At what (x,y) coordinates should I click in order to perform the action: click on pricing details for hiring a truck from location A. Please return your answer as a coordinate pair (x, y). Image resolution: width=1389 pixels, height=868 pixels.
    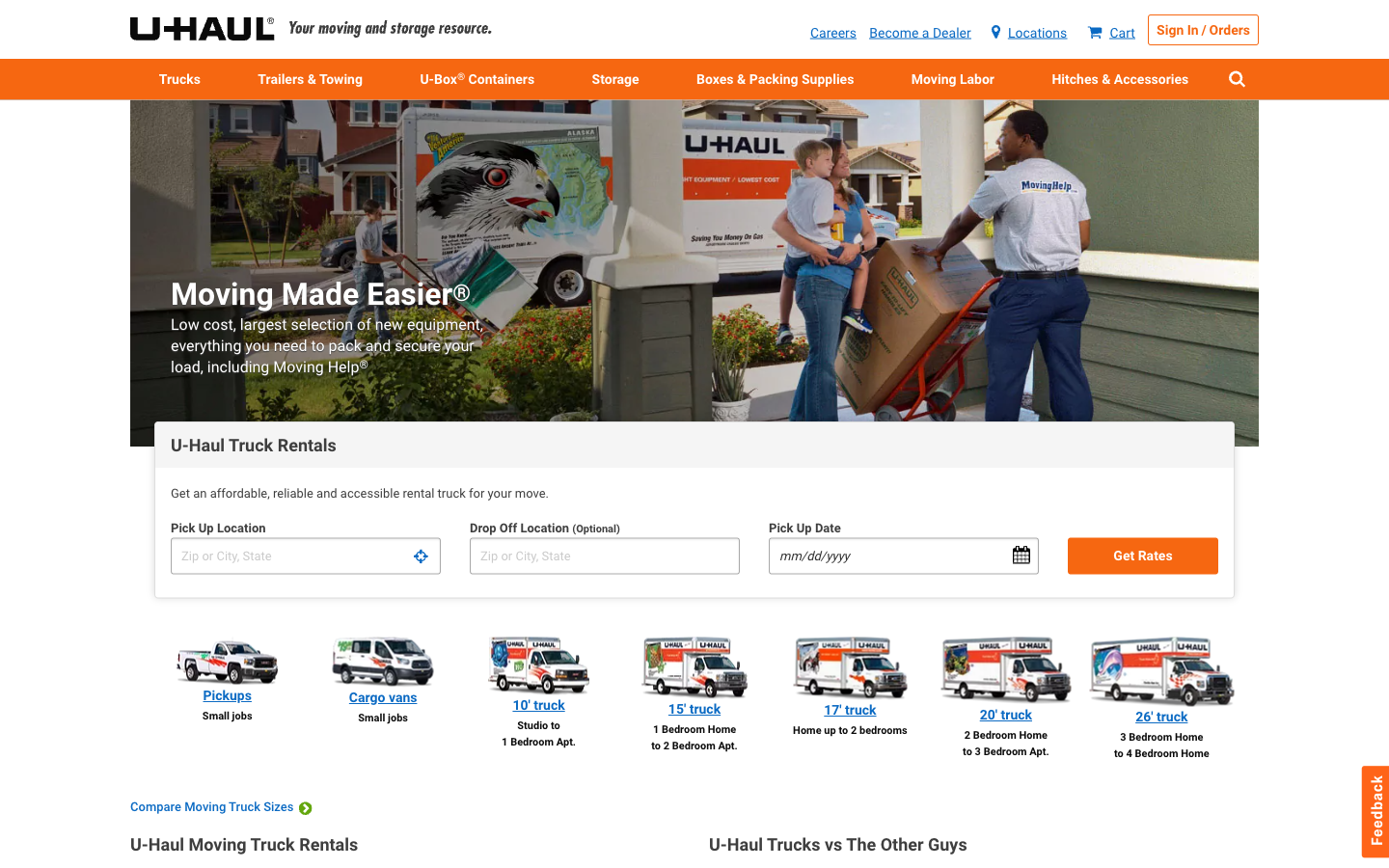
    Looking at the image, I should click on (305, 556).